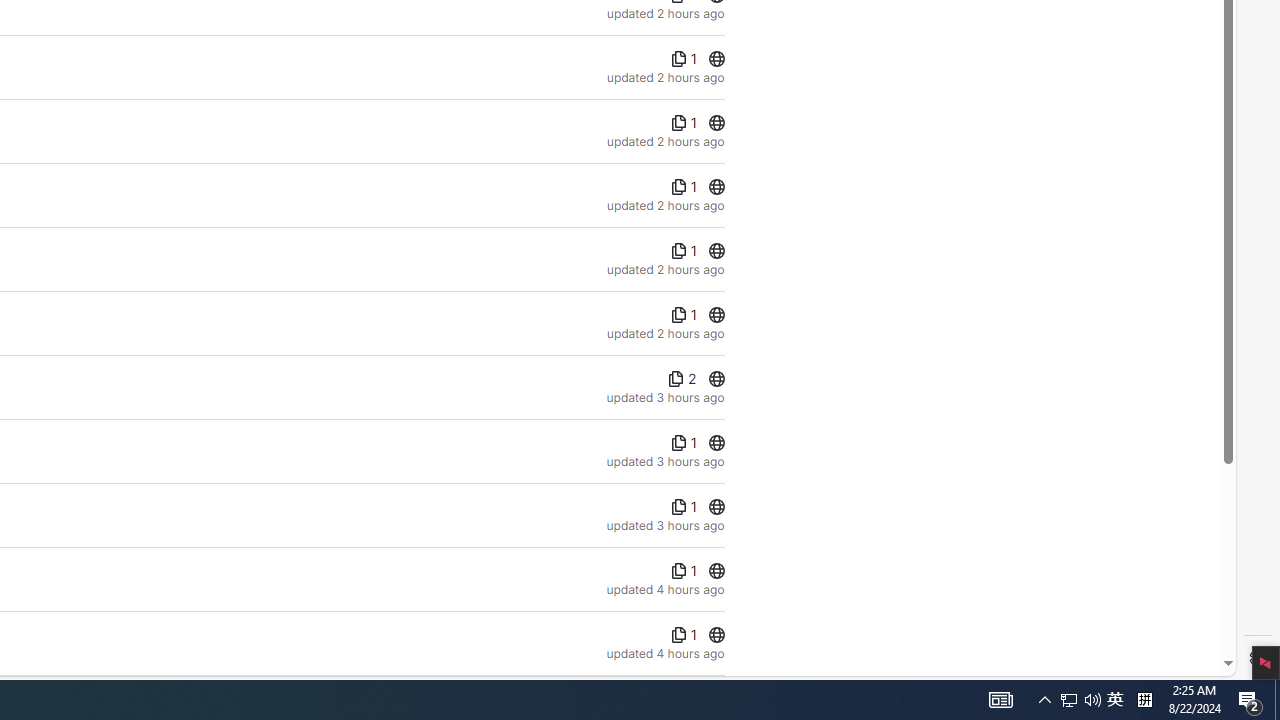 The image size is (1280, 720). What do you see at coordinates (716, 635) in the screenshot?
I see `'Class: s16'` at bounding box center [716, 635].